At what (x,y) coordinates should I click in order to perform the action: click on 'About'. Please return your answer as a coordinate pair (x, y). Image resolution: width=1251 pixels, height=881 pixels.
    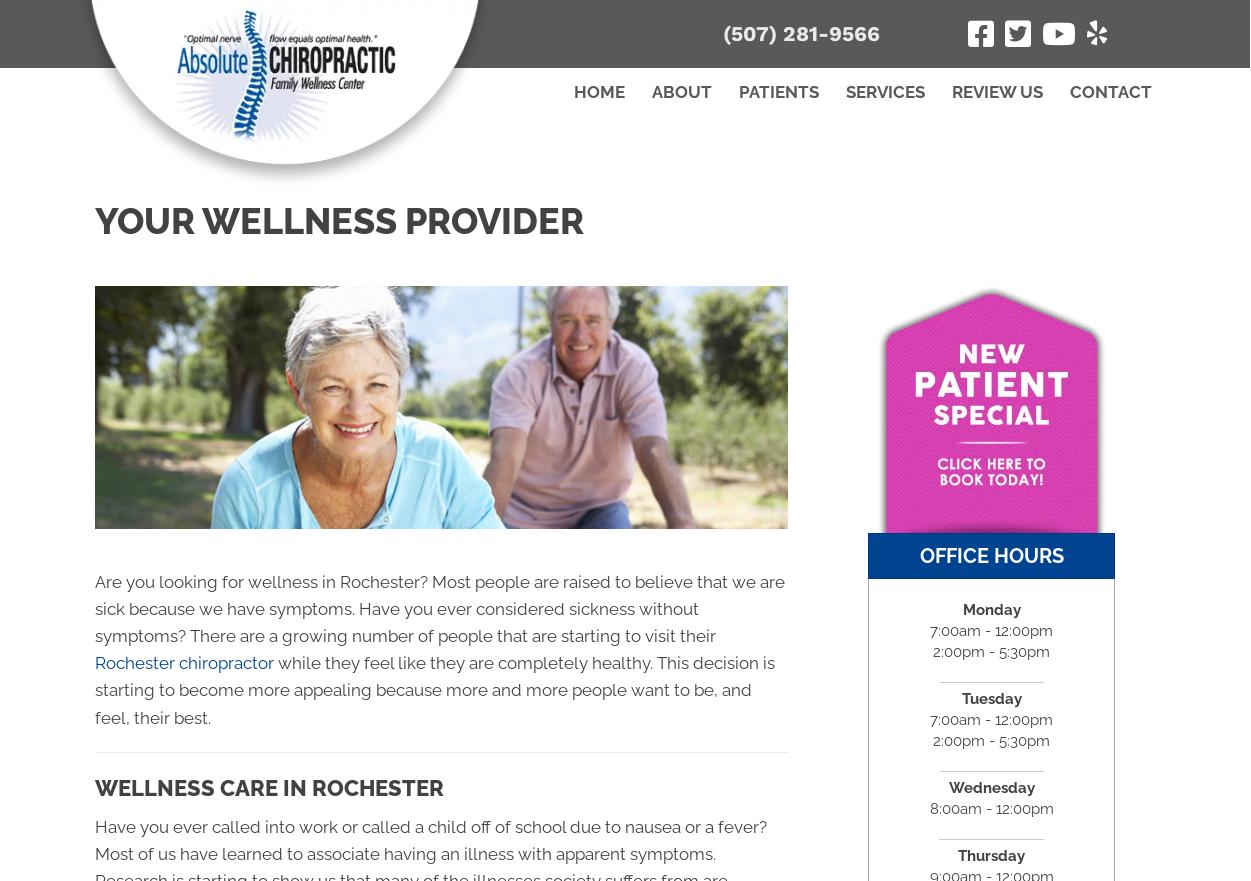
    Looking at the image, I should click on (681, 90).